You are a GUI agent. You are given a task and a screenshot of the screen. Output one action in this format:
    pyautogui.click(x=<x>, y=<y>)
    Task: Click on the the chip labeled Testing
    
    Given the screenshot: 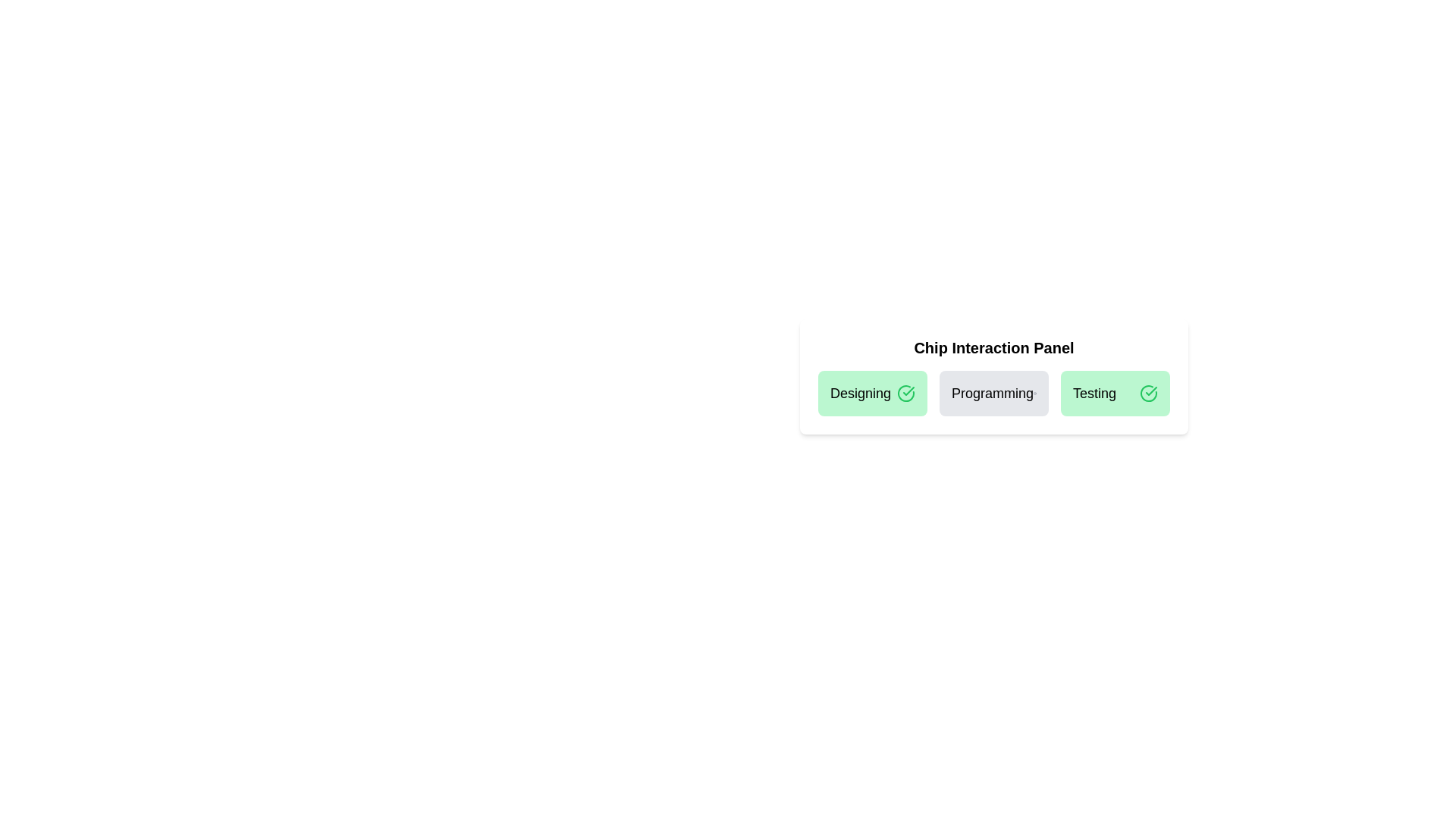 What is the action you would take?
    pyautogui.click(x=1115, y=393)
    